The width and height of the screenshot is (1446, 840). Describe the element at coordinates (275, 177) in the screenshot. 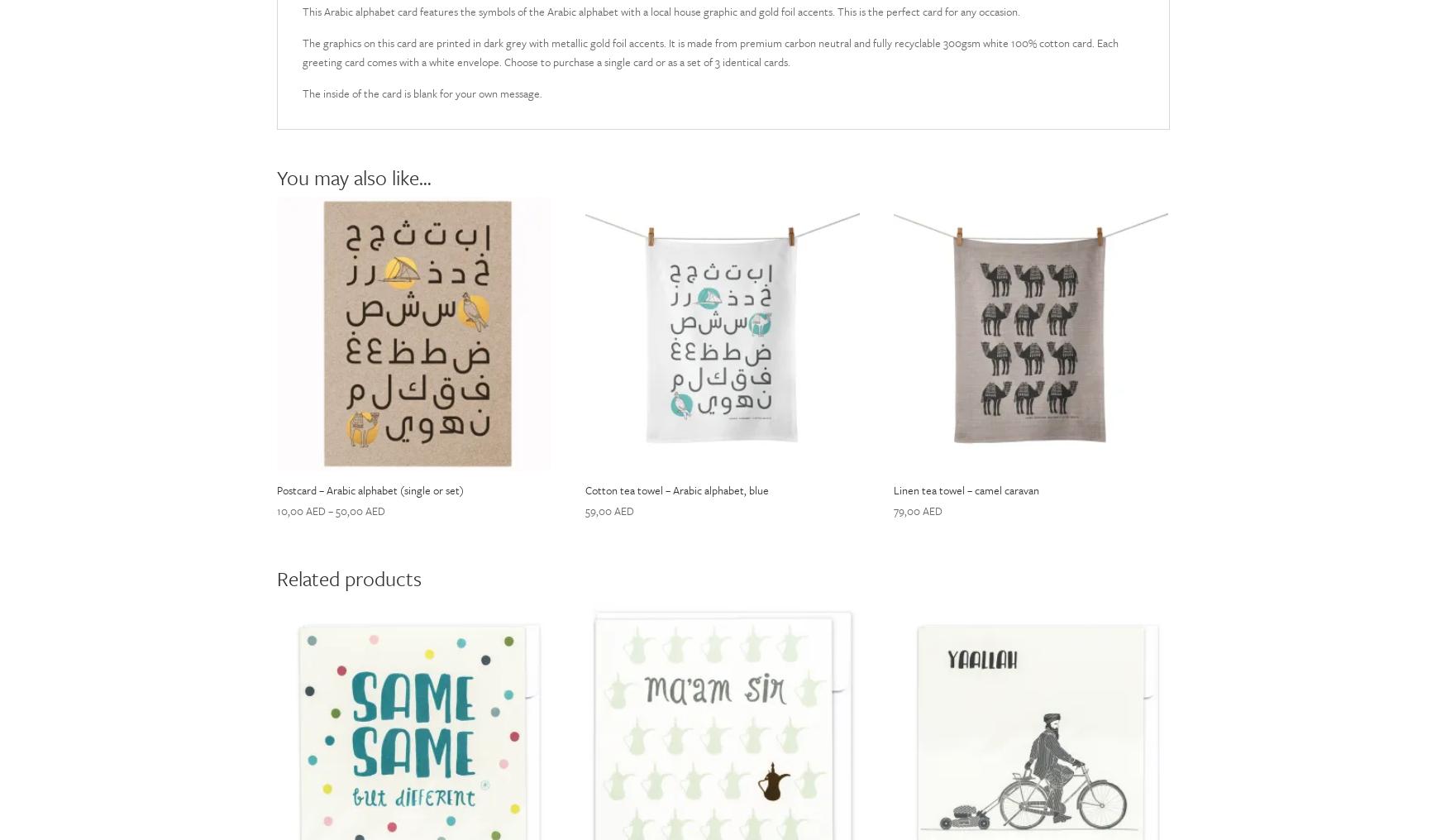

I see `'You may also like…'` at that location.